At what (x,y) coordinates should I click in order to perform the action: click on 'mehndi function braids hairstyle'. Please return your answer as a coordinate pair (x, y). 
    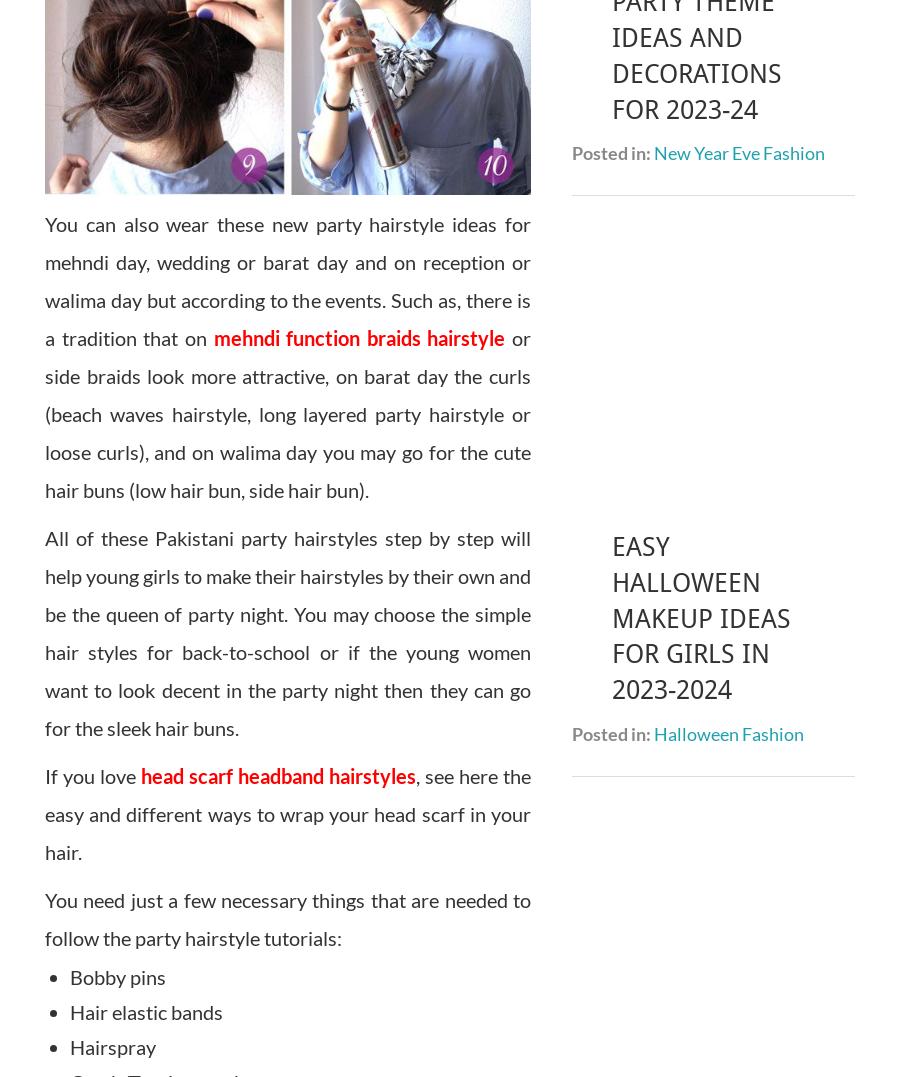
    Looking at the image, I should click on (213, 336).